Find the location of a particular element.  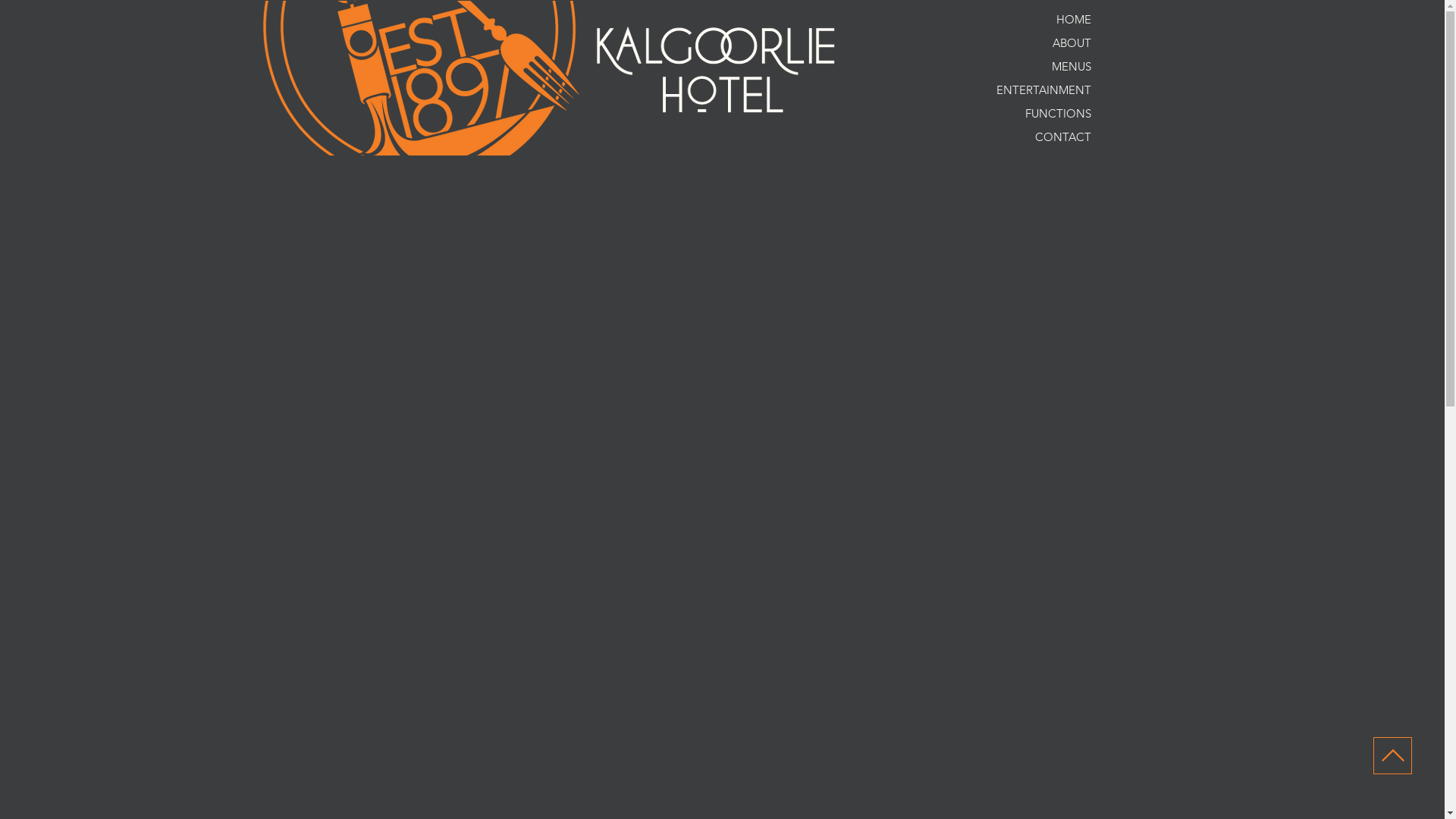

'ABOUT' is located at coordinates (1026, 42).